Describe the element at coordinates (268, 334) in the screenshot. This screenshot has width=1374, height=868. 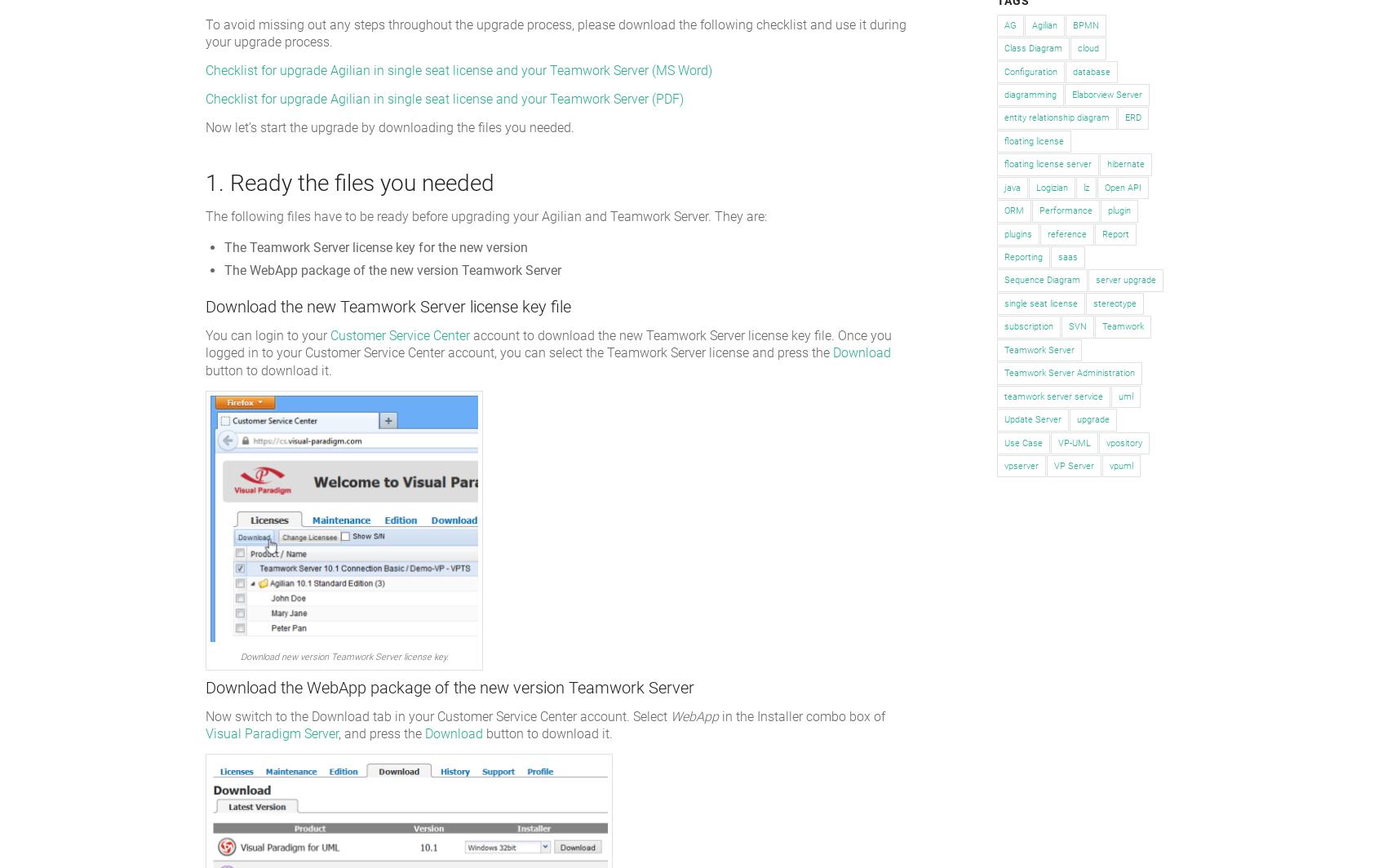
I see `'You can login to your'` at that location.